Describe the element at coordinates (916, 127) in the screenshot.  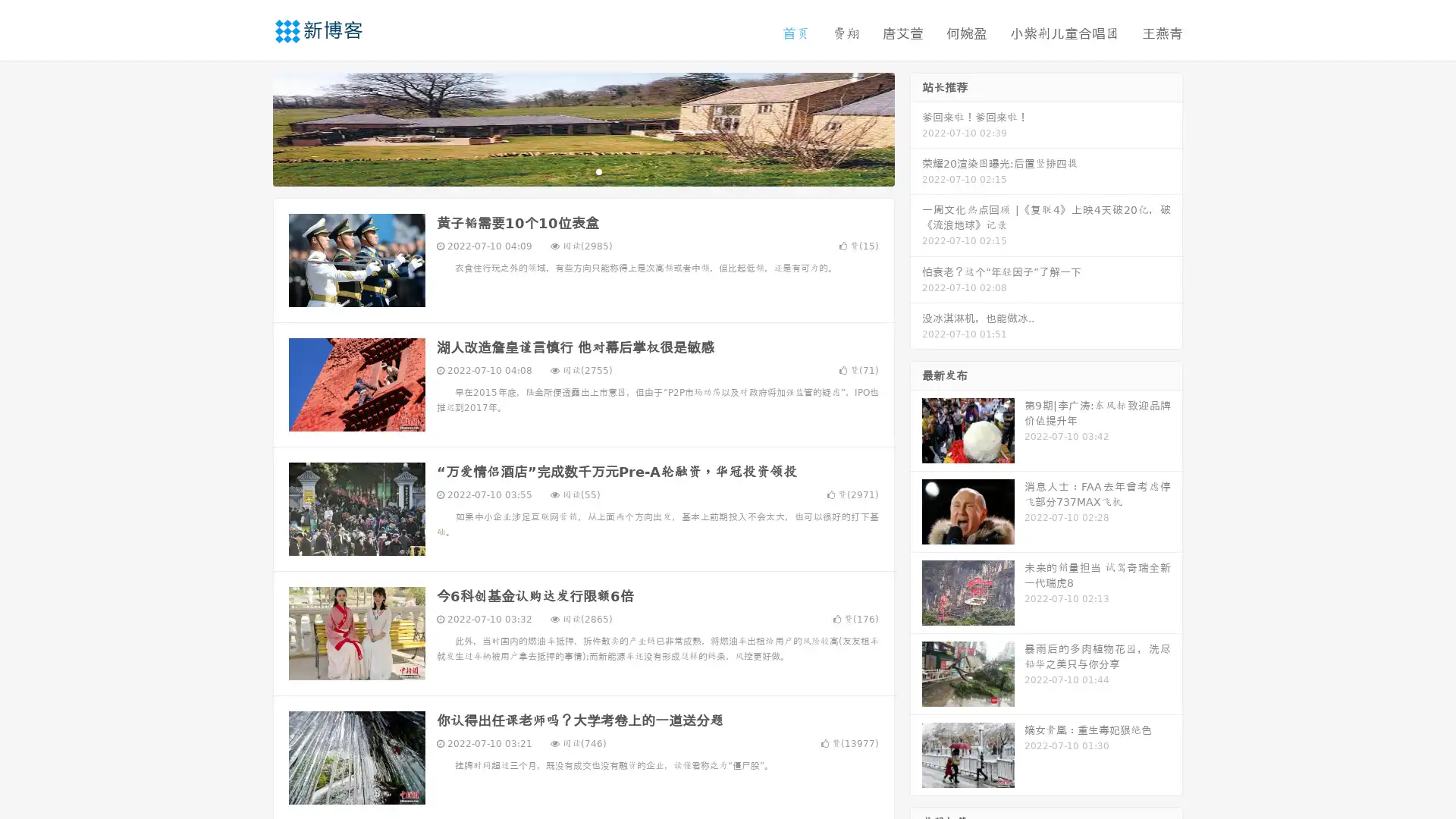
I see `Next slide` at that location.